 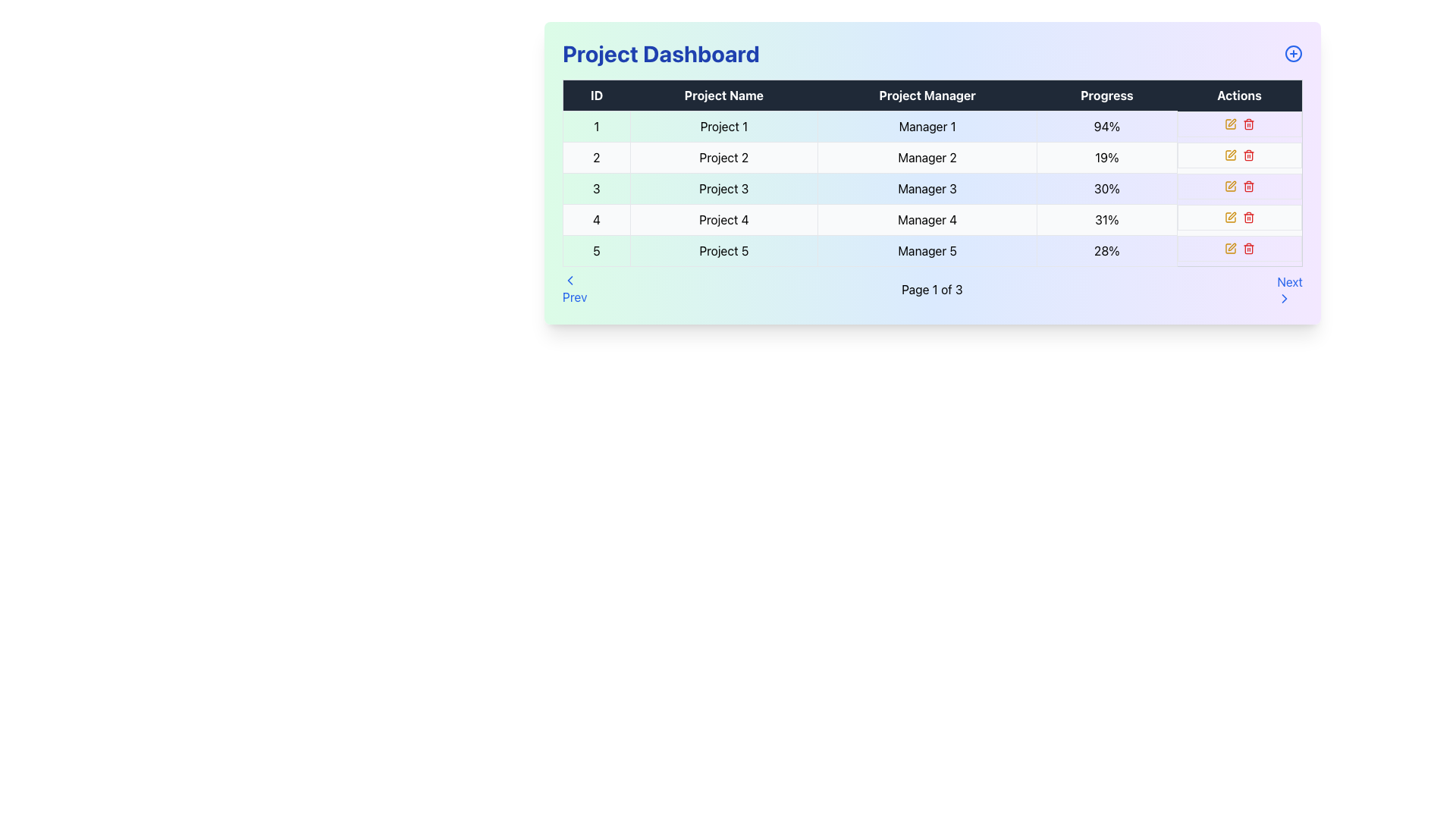 What do you see at coordinates (1106, 250) in the screenshot?
I see `the text label displaying '28%' in bold black font, located in the fifth row under the 'Progress' column of the table` at bounding box center [1106, 250].